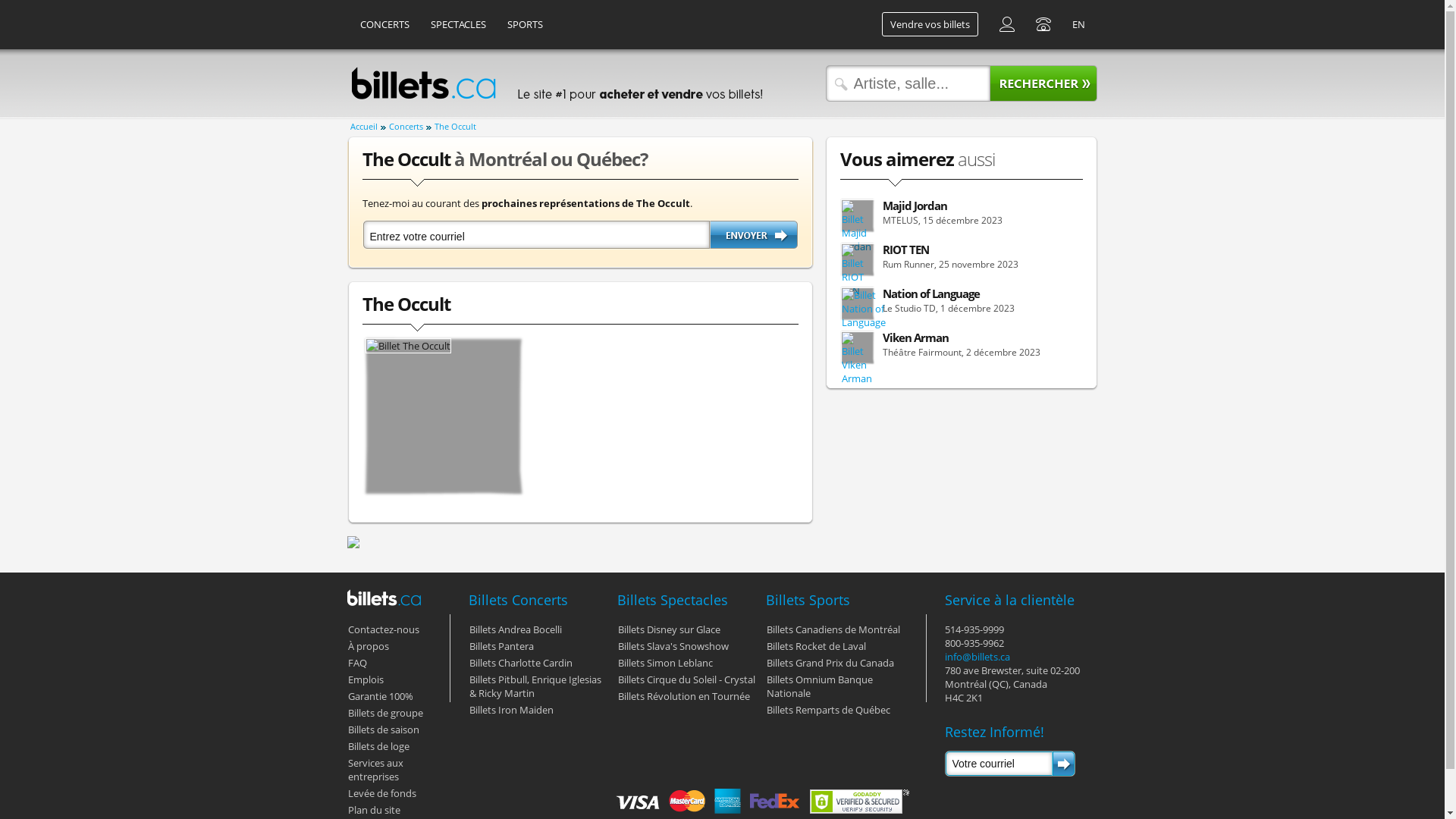 The width and height of the screenshot is (1456, 819). I want to click on 'Billets Cirque du Soleil - Crystal', so click(685, 678).